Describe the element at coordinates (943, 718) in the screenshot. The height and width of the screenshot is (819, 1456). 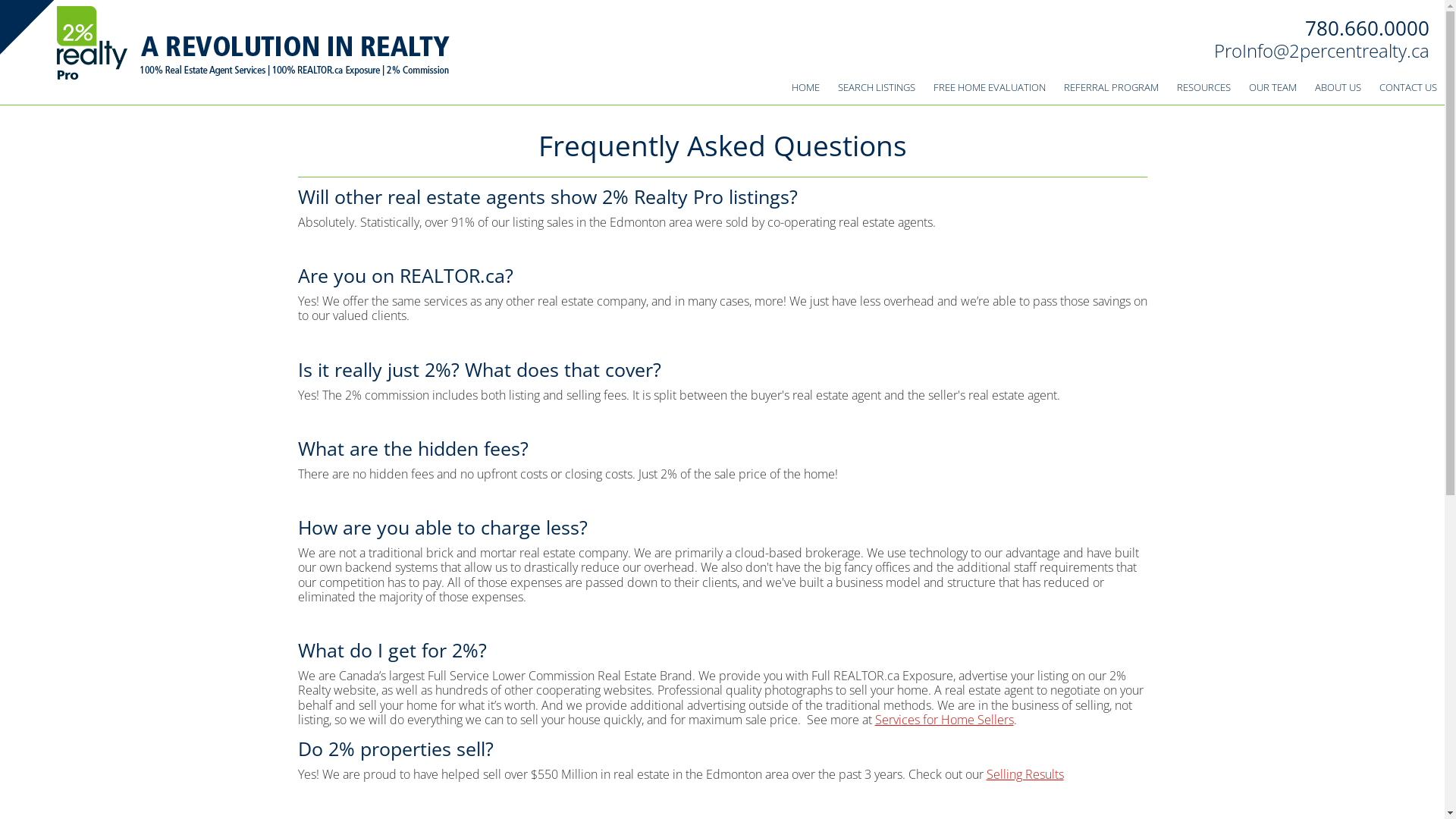
I see `'Services for Home Sellers'` at that location.